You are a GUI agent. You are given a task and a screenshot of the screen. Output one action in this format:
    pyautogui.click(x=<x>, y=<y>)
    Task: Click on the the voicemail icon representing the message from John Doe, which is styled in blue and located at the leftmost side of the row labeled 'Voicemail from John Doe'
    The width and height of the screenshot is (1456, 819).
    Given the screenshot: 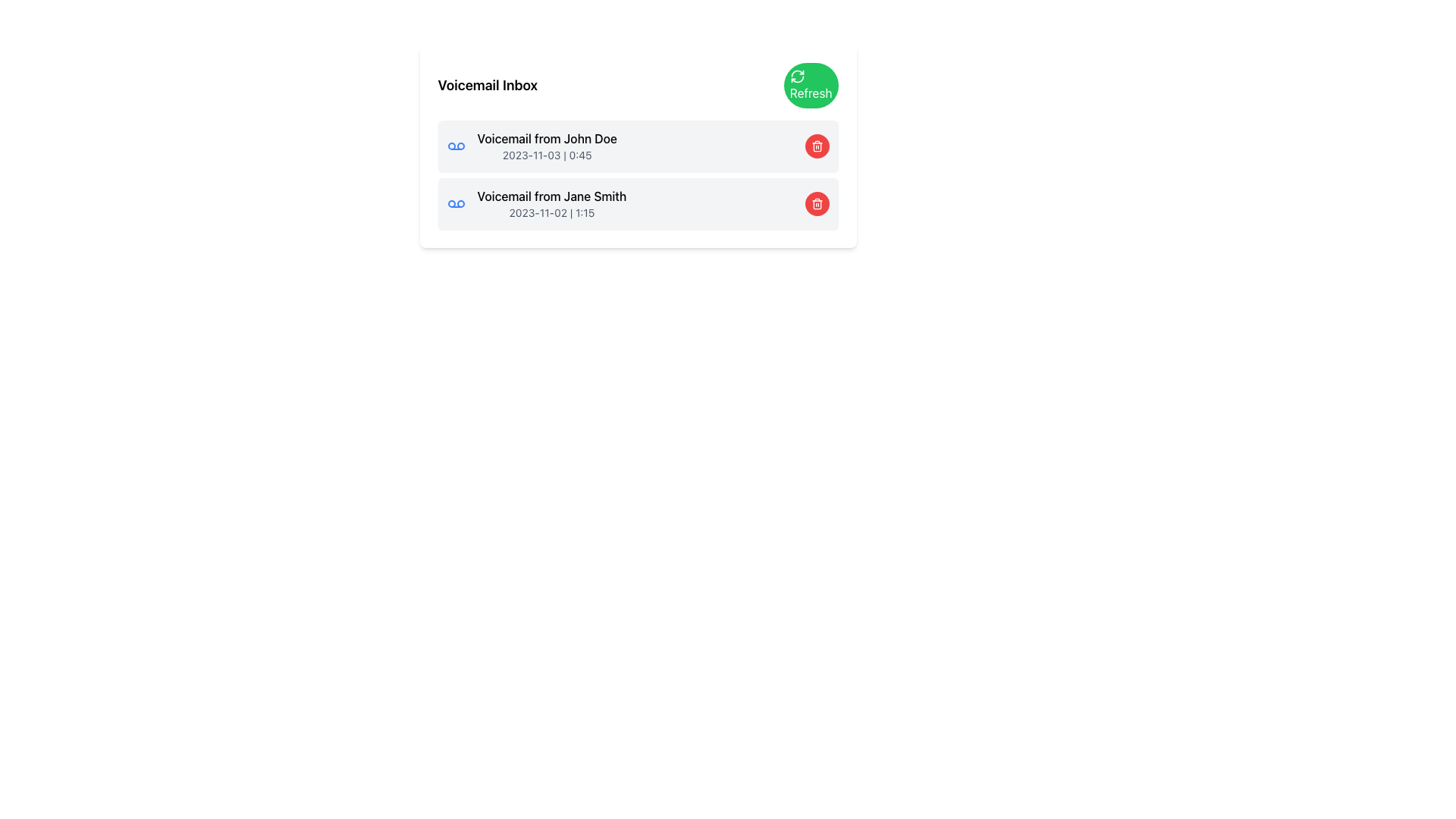 What is the action you would take?
    pyautogui.click(x=455, y=146)
    